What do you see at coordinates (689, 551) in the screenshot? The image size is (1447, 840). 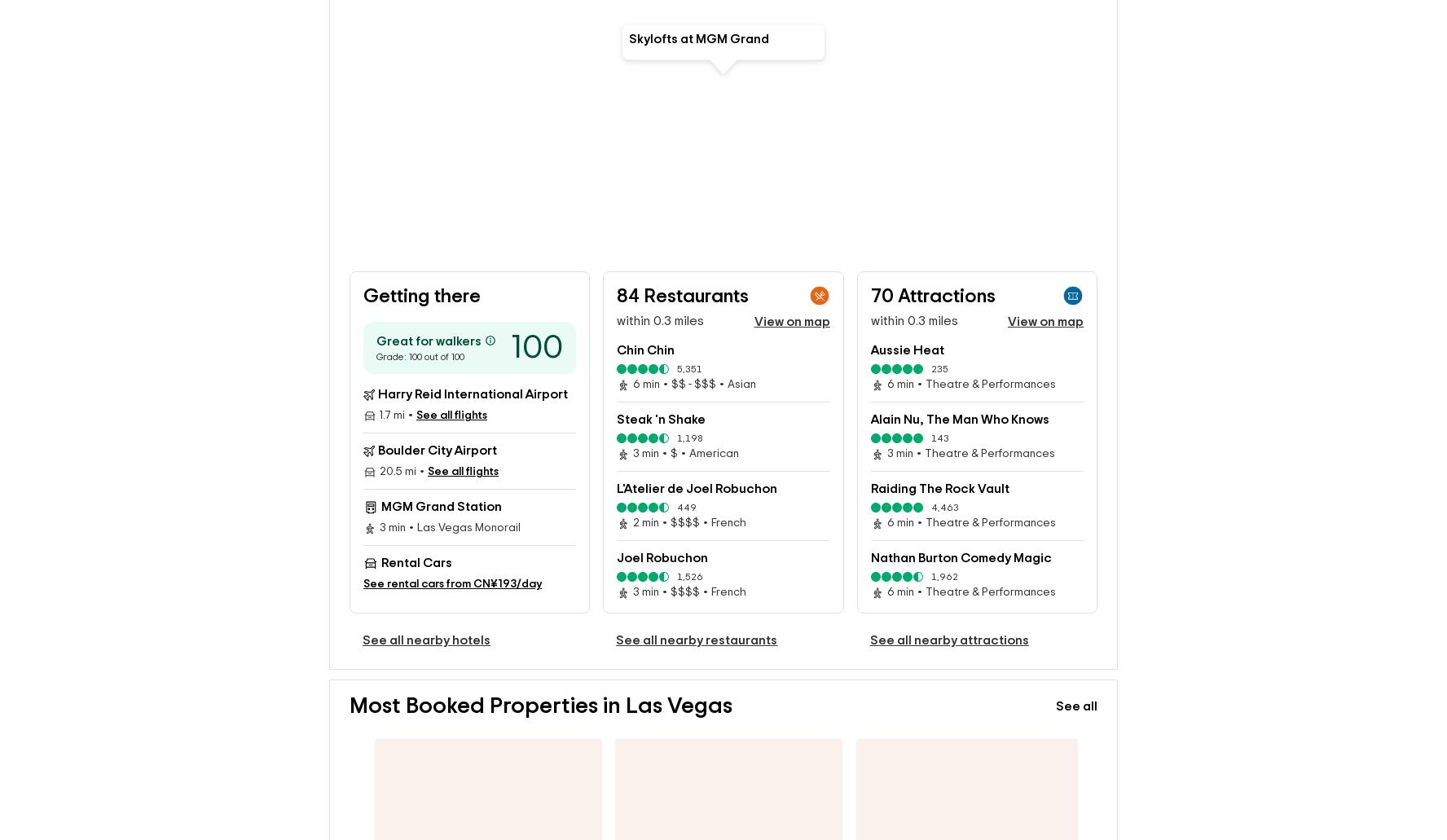 I see `'1,526'` at bounding box center [689, 551].